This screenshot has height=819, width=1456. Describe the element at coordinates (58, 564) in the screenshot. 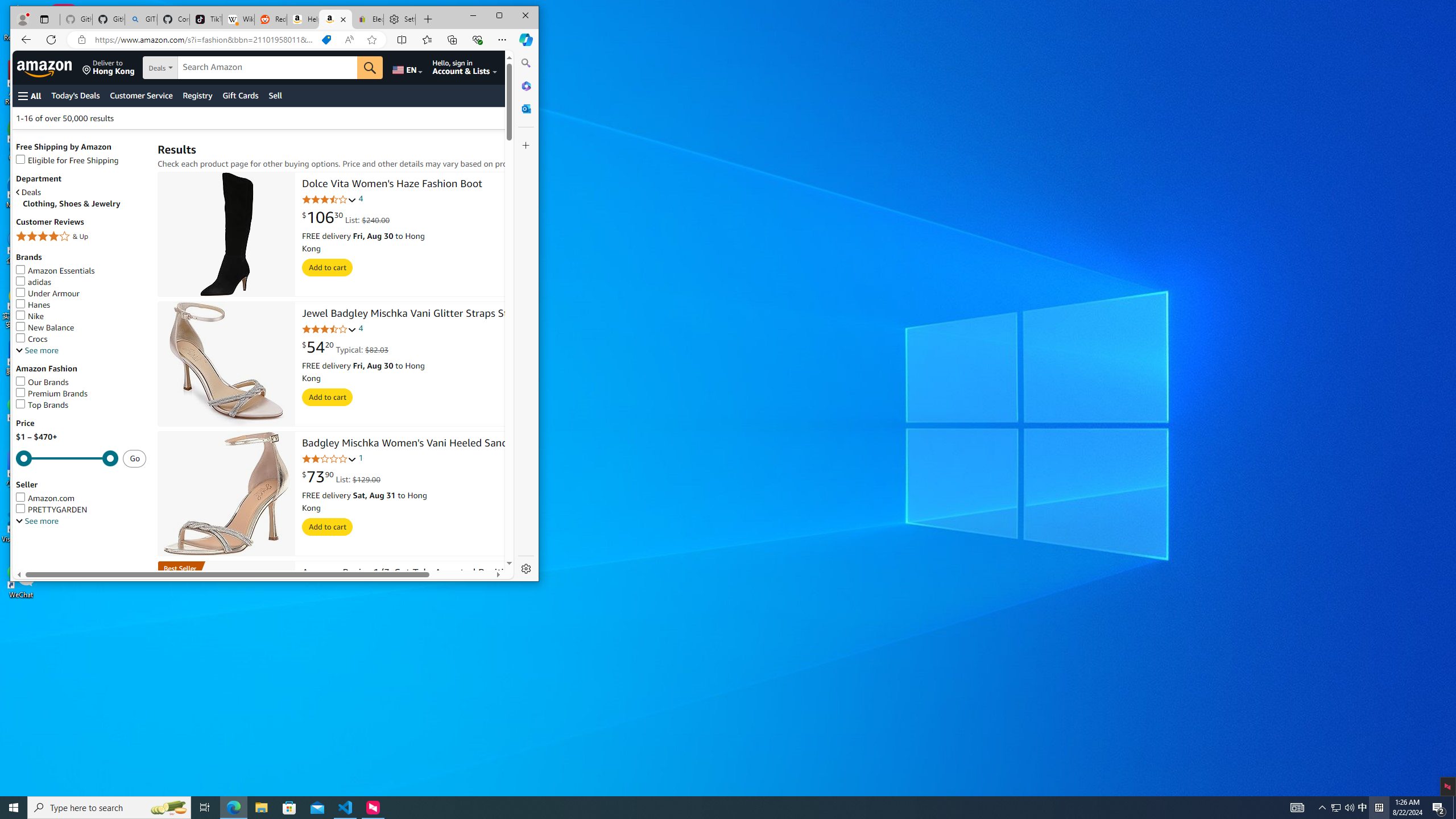

I see `'Go back to filtering menu'` at that location.